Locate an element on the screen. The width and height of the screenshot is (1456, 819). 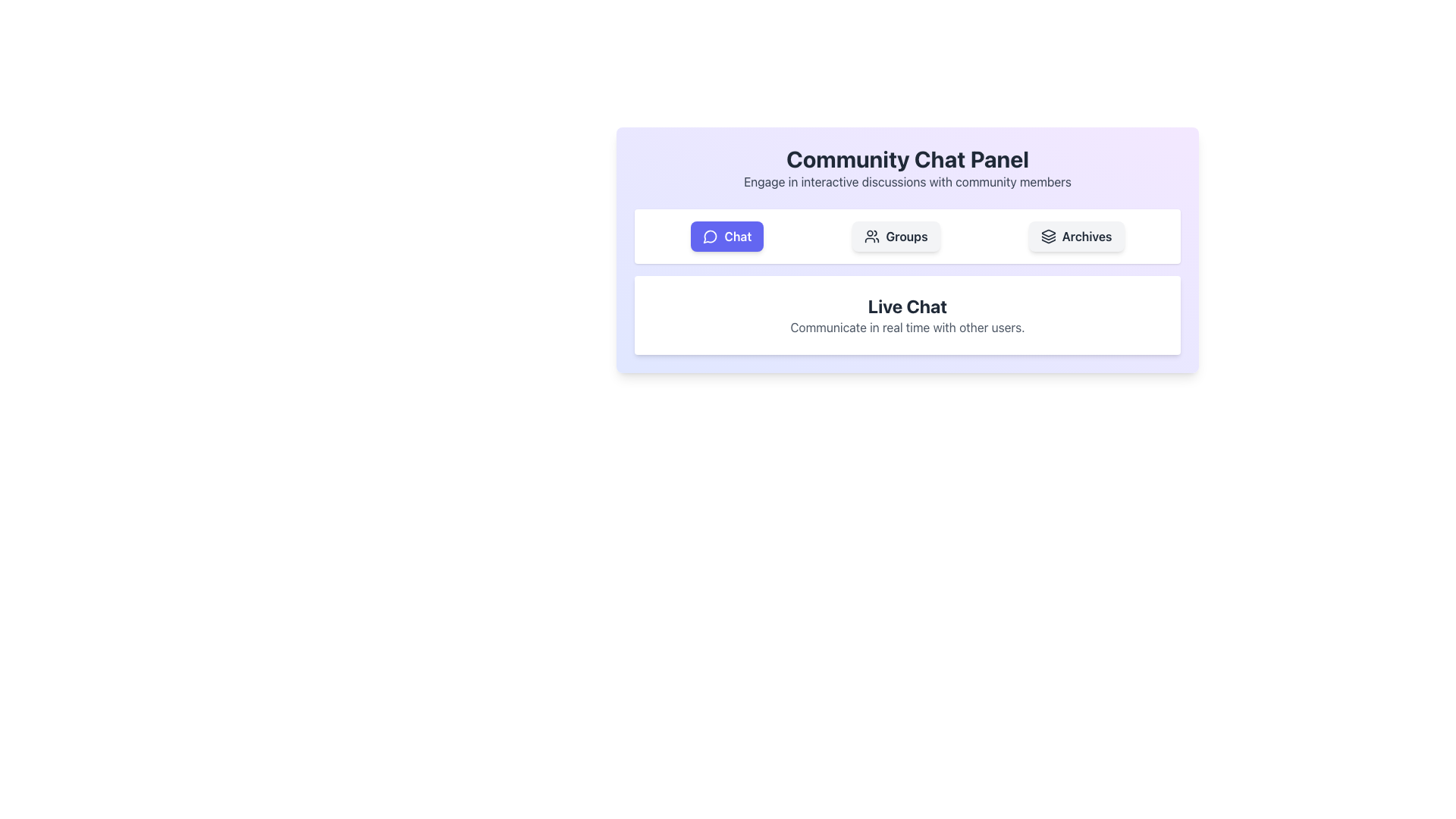
the Navigation menu is located at coordinates (907, 237).